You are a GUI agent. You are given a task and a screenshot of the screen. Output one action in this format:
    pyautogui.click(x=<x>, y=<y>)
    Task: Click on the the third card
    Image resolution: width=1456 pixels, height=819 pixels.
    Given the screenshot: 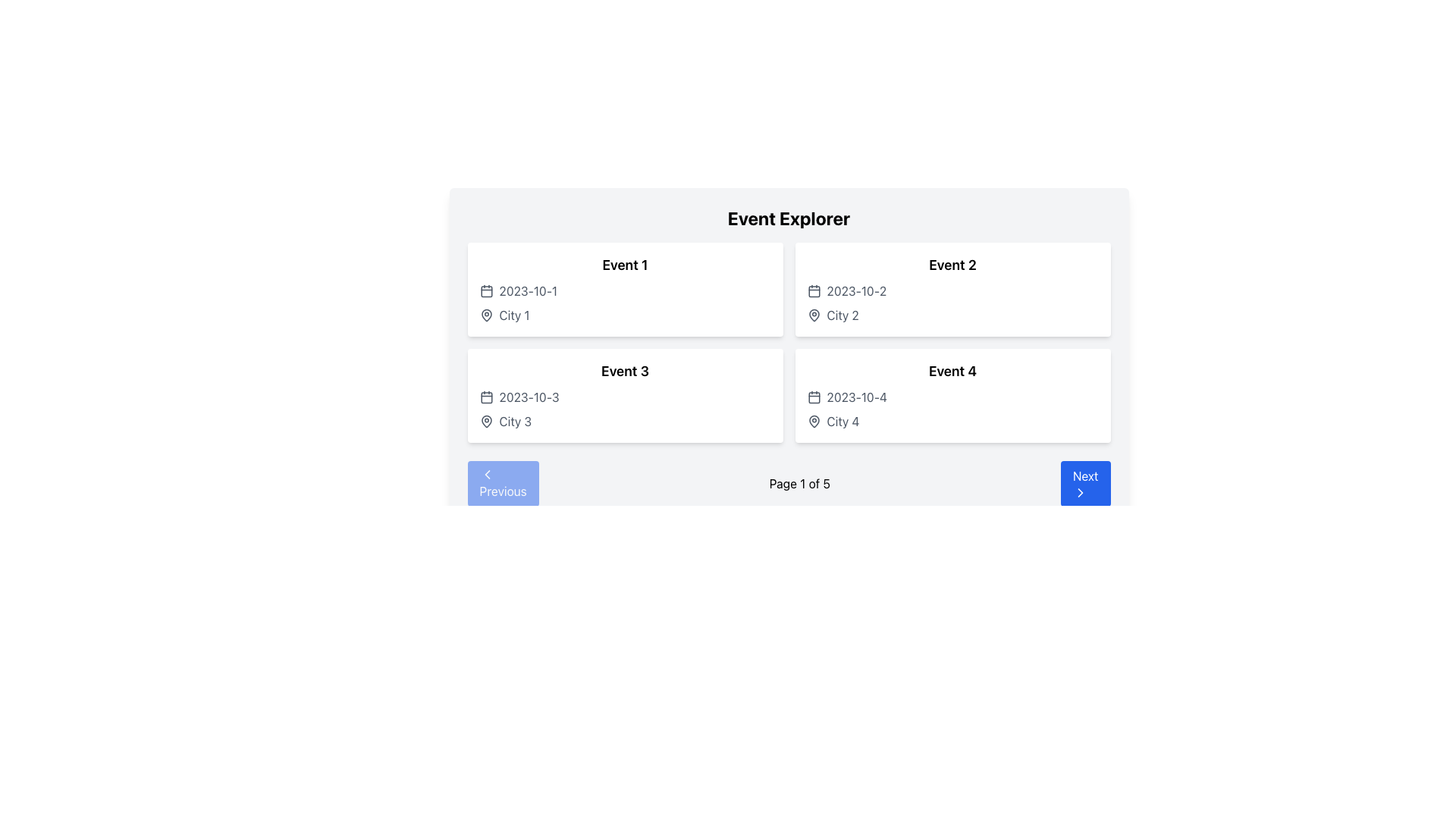 What is the action you would take?
    pyautogui.click(x=625, y=394)
    